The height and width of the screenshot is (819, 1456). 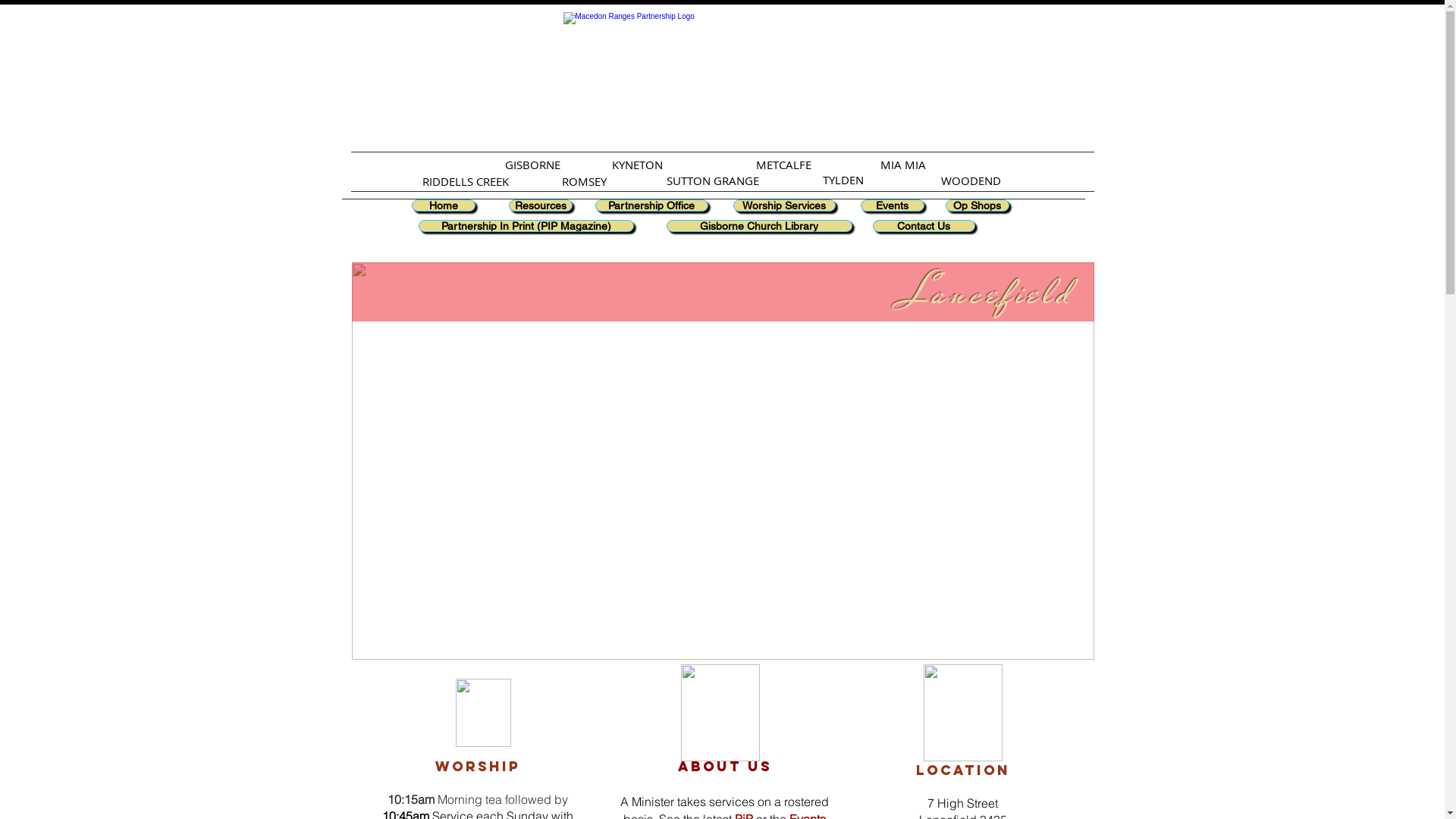 What do you see at coordinates (532, 164) in the screenshot?
I see `'GISBORNE'` at bounding box center [532, 164].